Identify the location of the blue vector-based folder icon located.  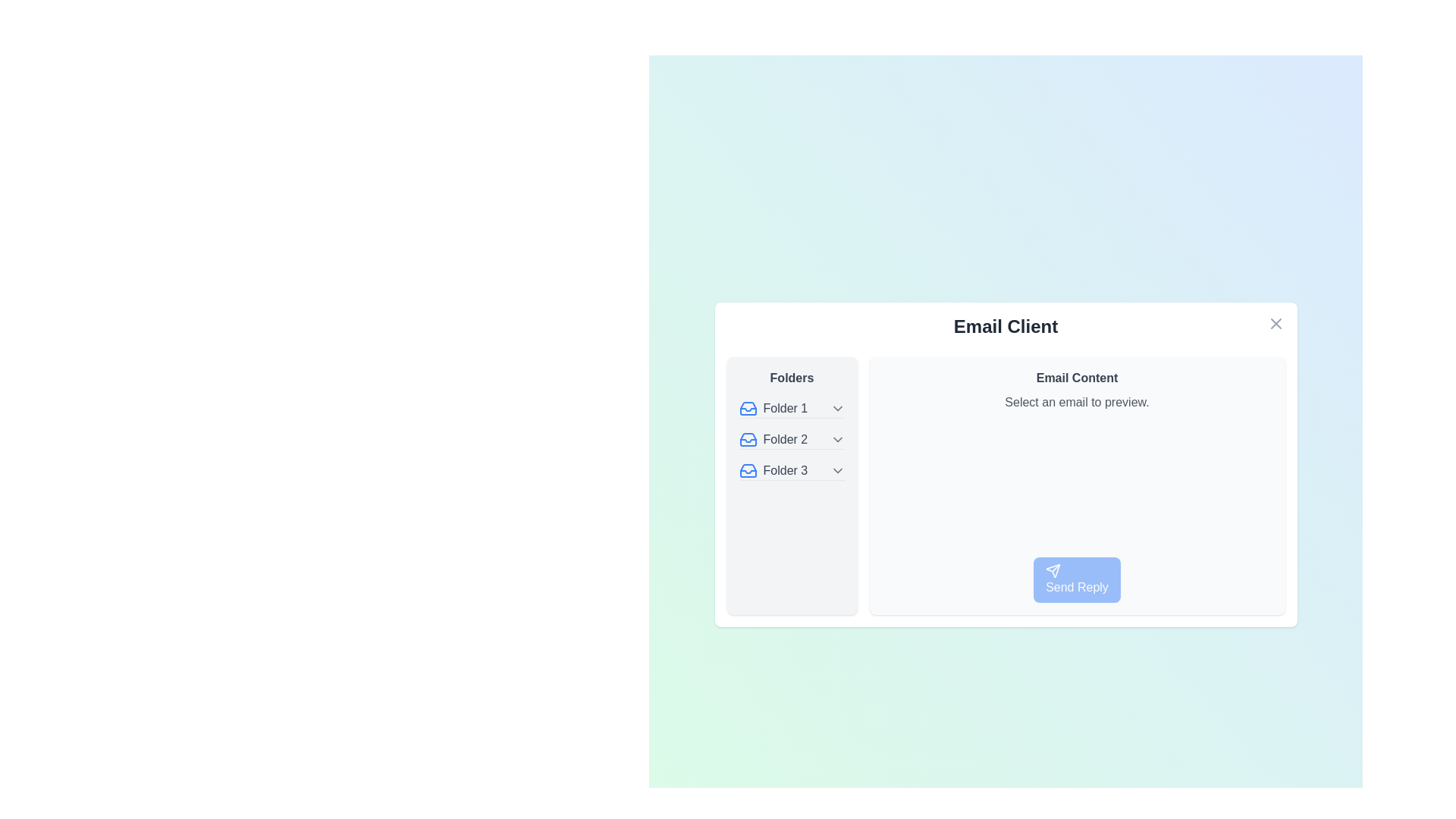
(748, 408).